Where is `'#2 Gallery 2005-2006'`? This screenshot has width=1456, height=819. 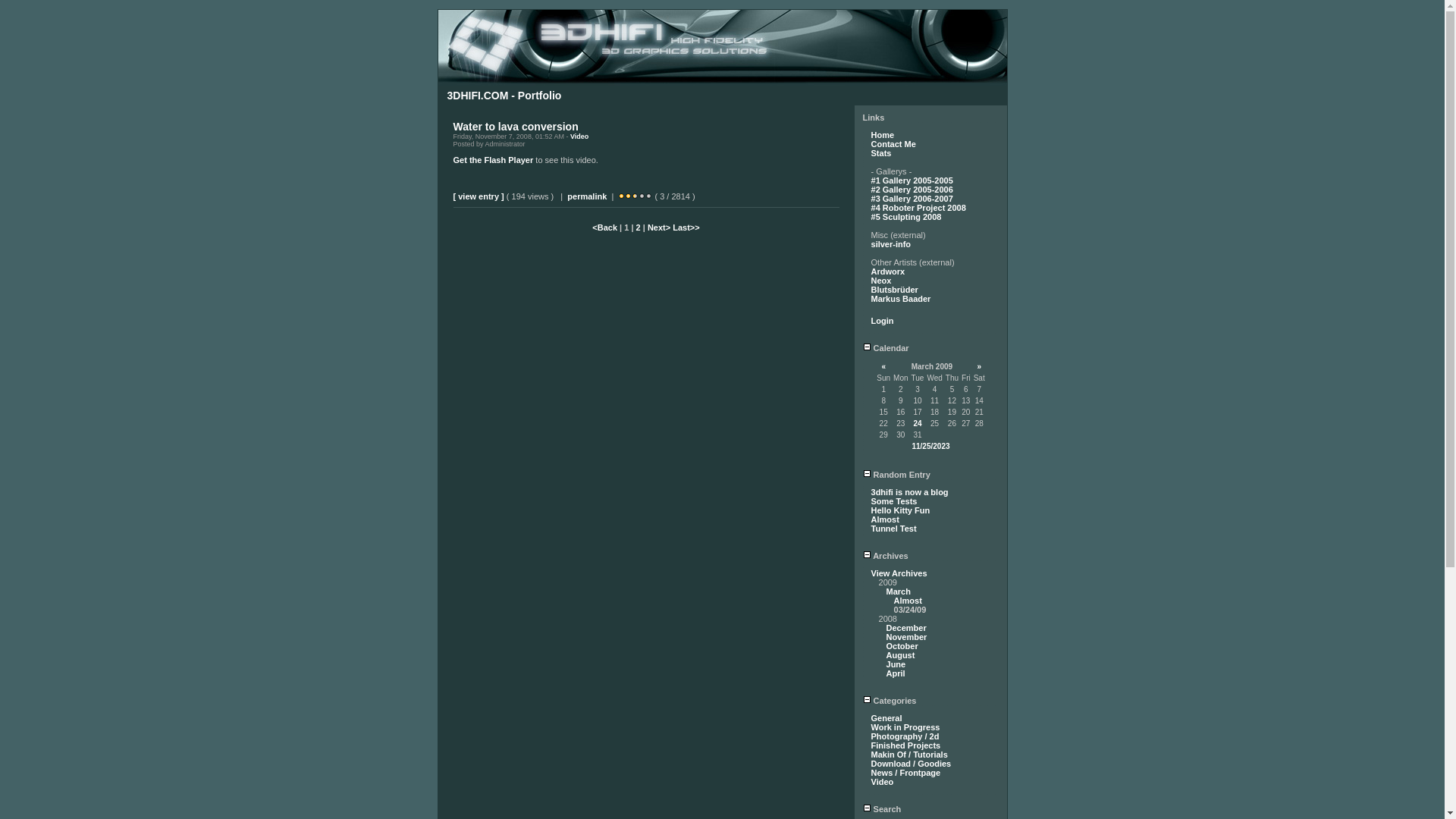 '#2 Gallery 2005-2006' is located at coordinates (912, 189).